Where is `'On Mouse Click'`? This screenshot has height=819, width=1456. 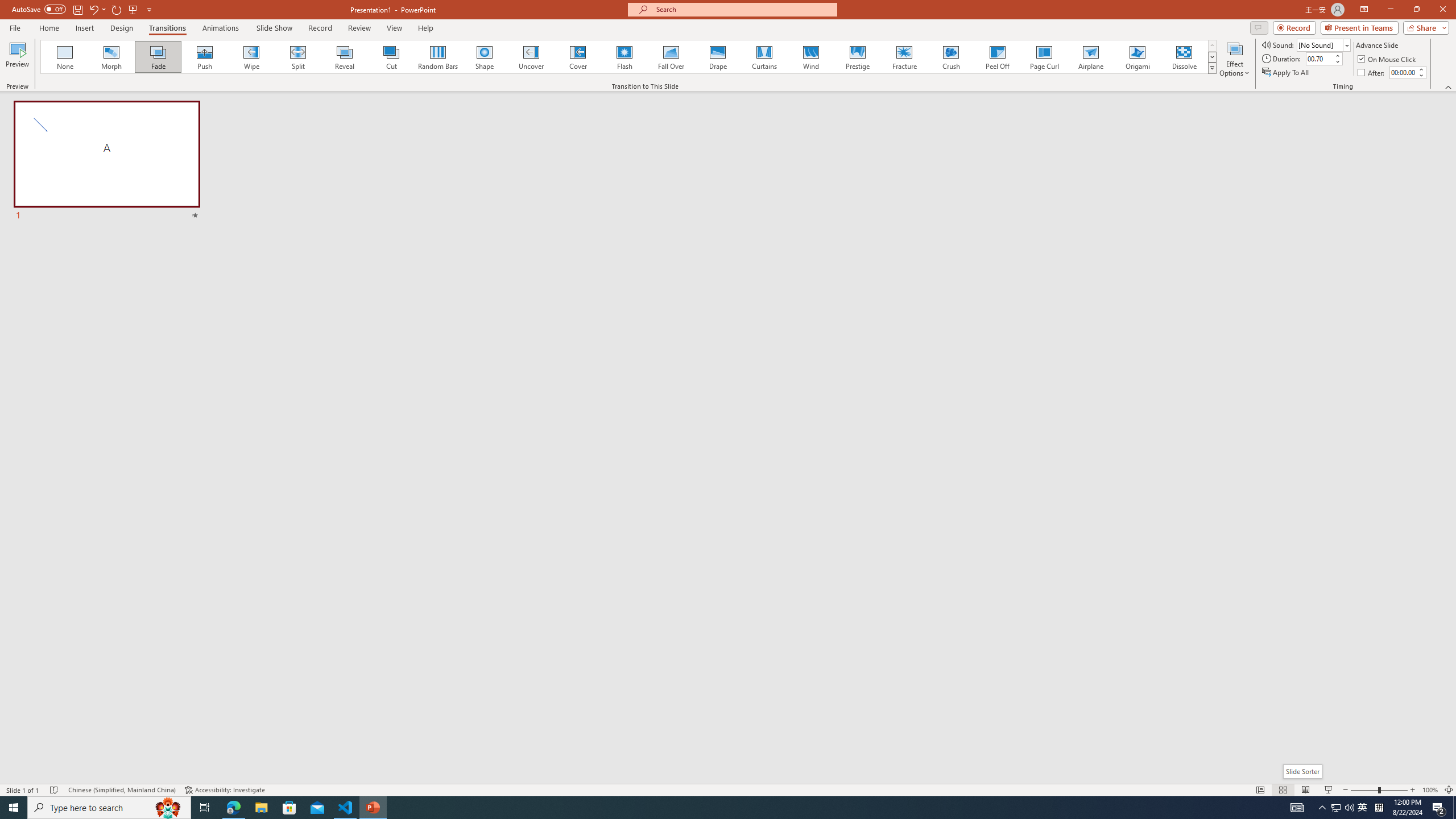 'On Mouse Click' is located at coordinates (1387, 59).